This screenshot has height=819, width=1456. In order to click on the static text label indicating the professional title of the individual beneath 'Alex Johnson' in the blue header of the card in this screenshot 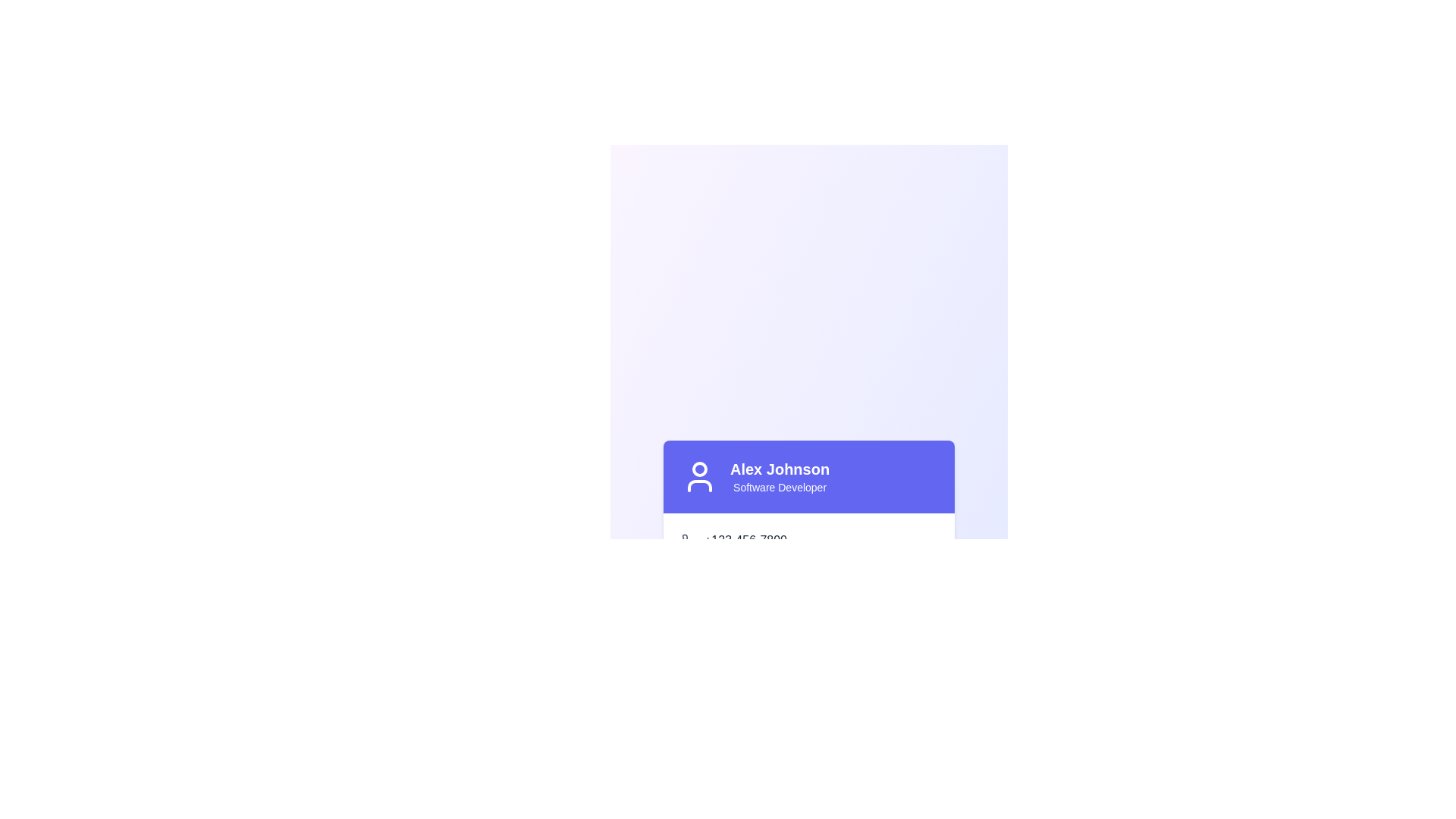, I will do `click(780, 488)`.